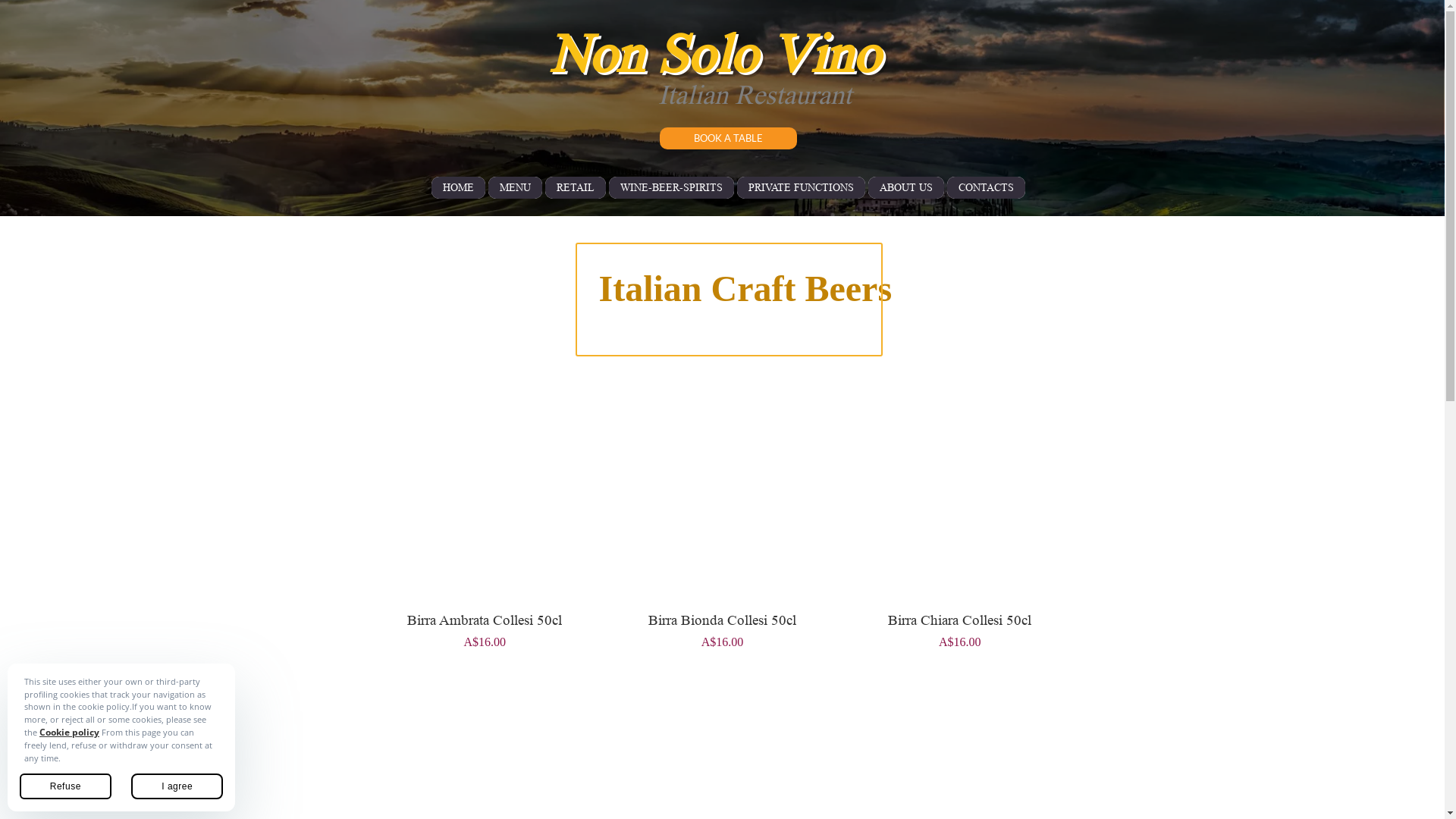 The width and height of the screenshot is (1456, 819). I want to click on 'Cookie policy', so click(68, 731).